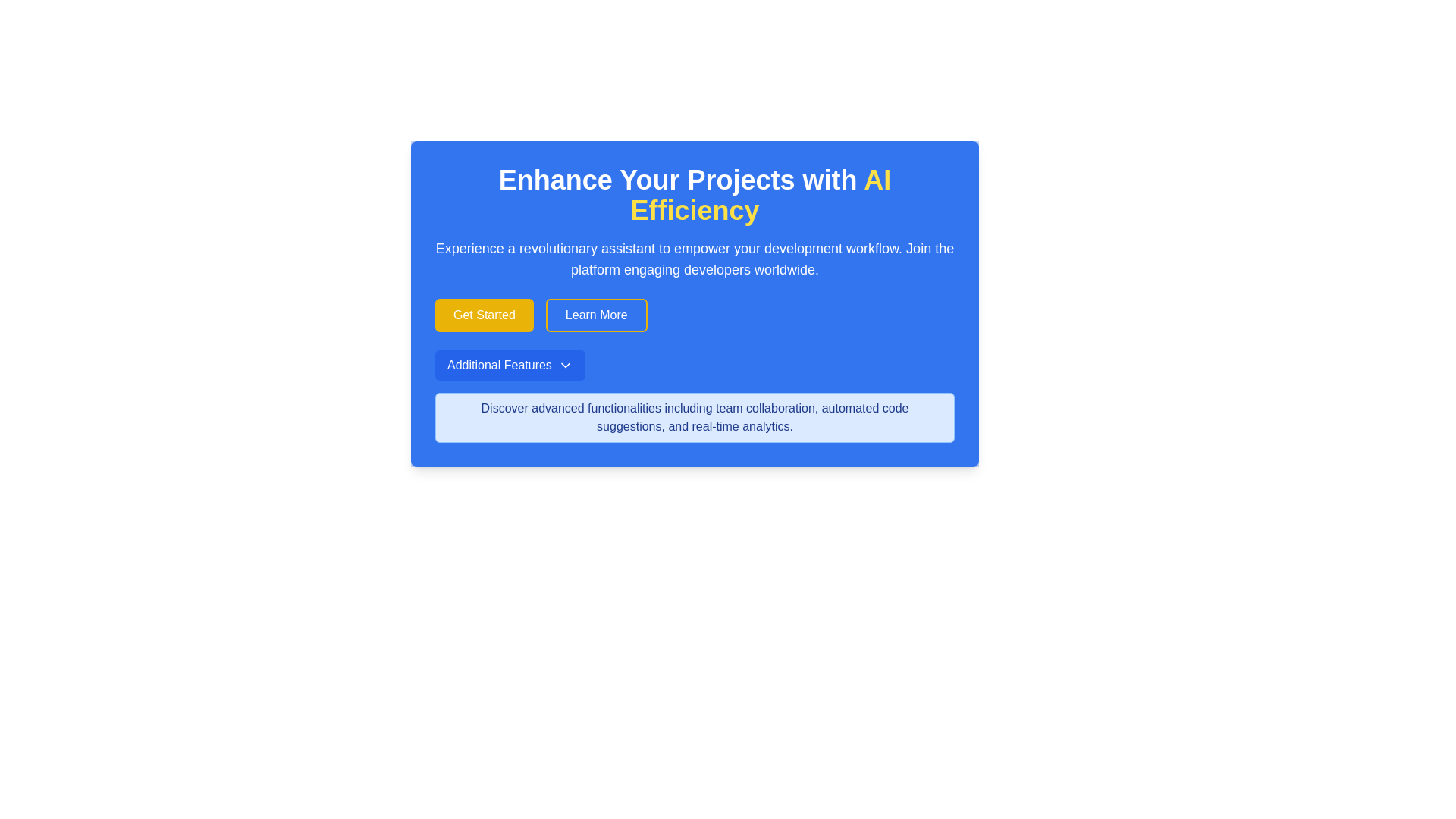 This screenshot has width=1456, height=819. Describe the element at coordinates (761, 194) in the screenshot. I see `the text element 'AI Efficiency', which is displayed in bold yellow font as part of the heading 'Enhance Your Projects with AI Efficiency'. It is located at the rightmost boundary of the heading` at that location.